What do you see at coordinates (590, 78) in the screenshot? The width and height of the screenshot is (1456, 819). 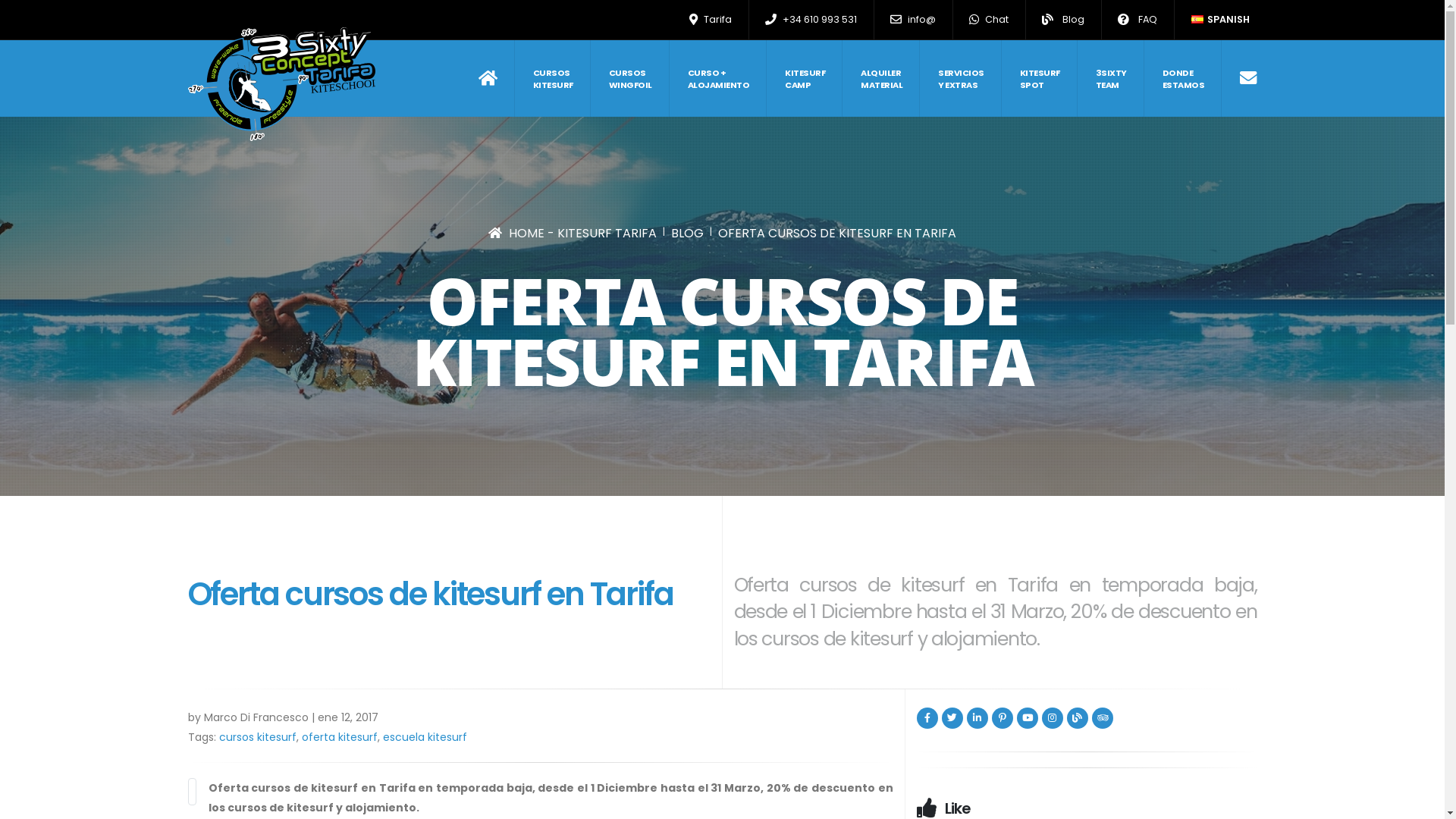 I see `'CURSOS WINGFOIL'` at bounding box center [590, 78].